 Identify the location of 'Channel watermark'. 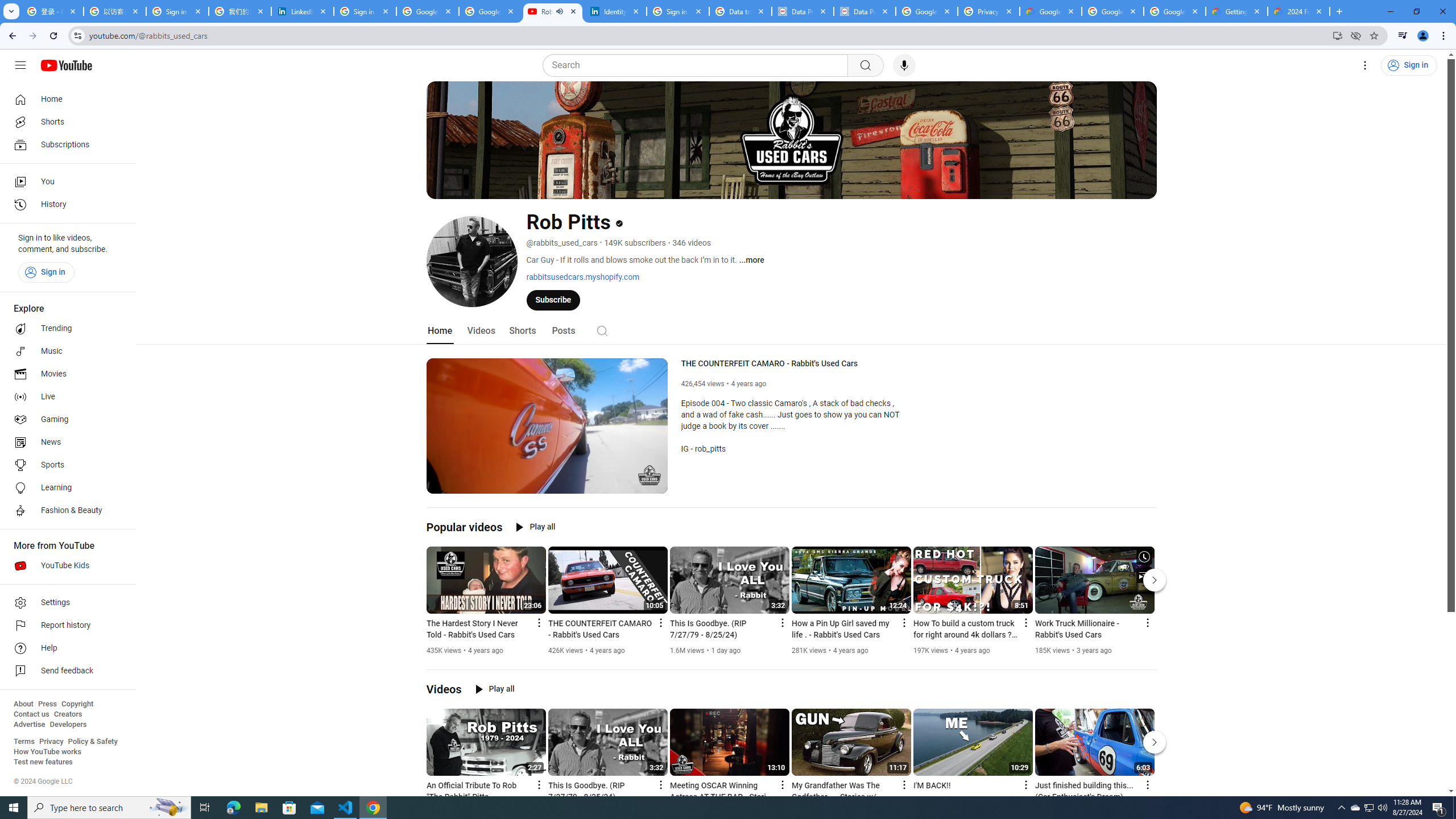
(649, 474).